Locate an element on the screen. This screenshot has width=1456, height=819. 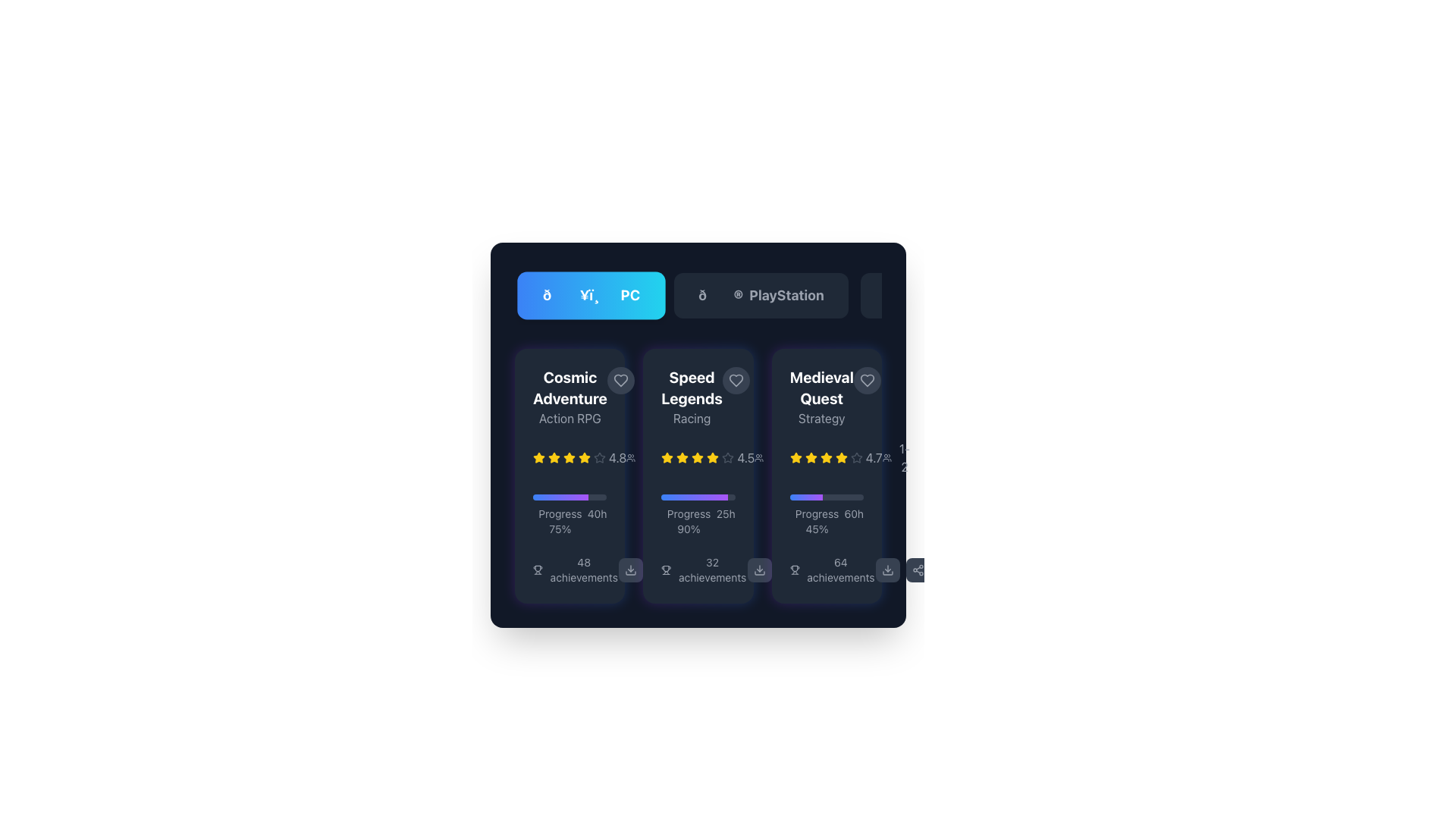
the static text display showing '64 achievements' located in the bottom-right corner of the 'Medieval Quest' card, beneath the progress bar and star rating is located at coordinates (839, 570).